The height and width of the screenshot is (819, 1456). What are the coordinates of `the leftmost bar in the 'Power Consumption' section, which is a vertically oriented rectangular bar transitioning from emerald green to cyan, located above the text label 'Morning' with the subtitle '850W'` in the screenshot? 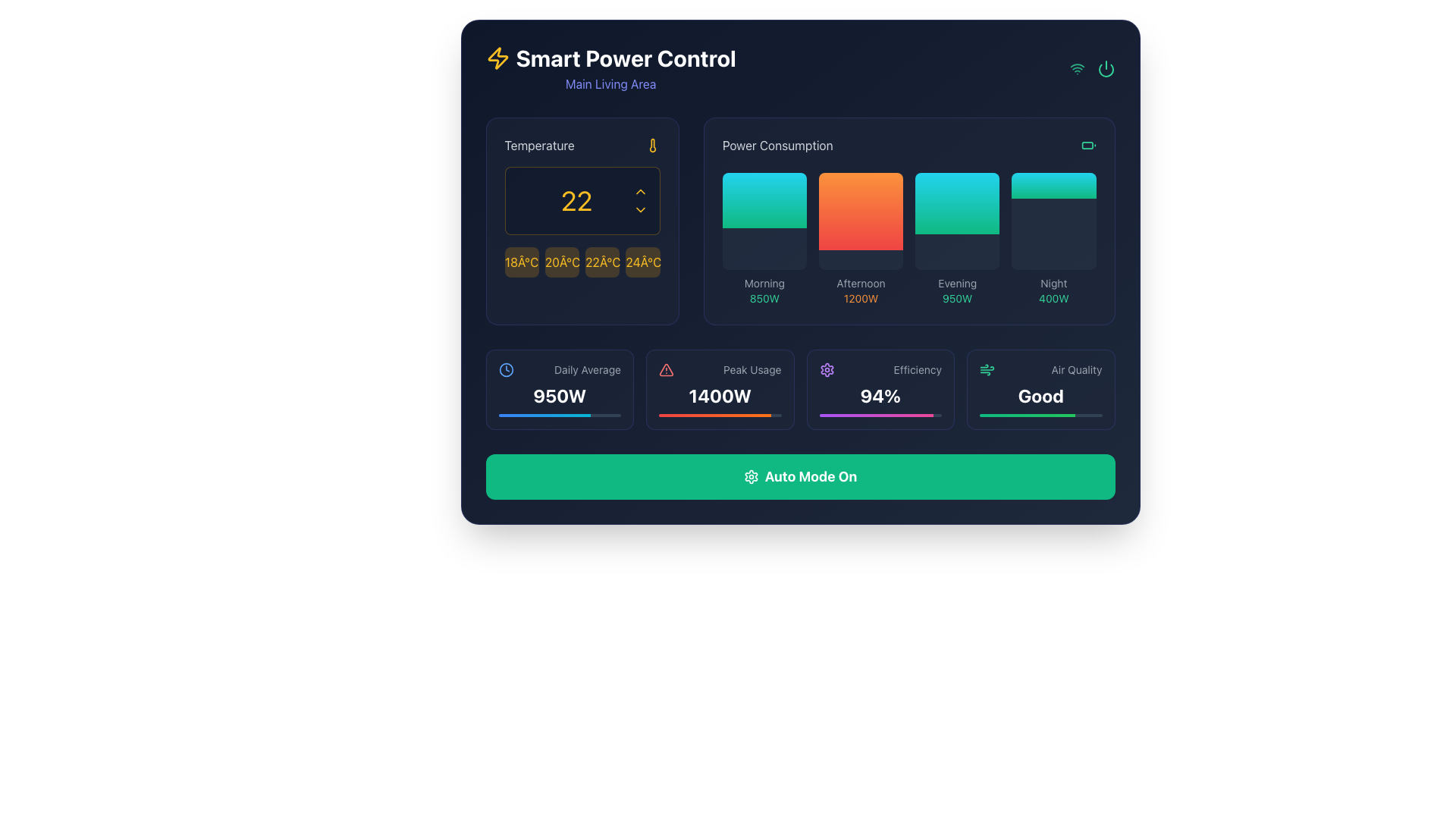 It's located at (764, 221).